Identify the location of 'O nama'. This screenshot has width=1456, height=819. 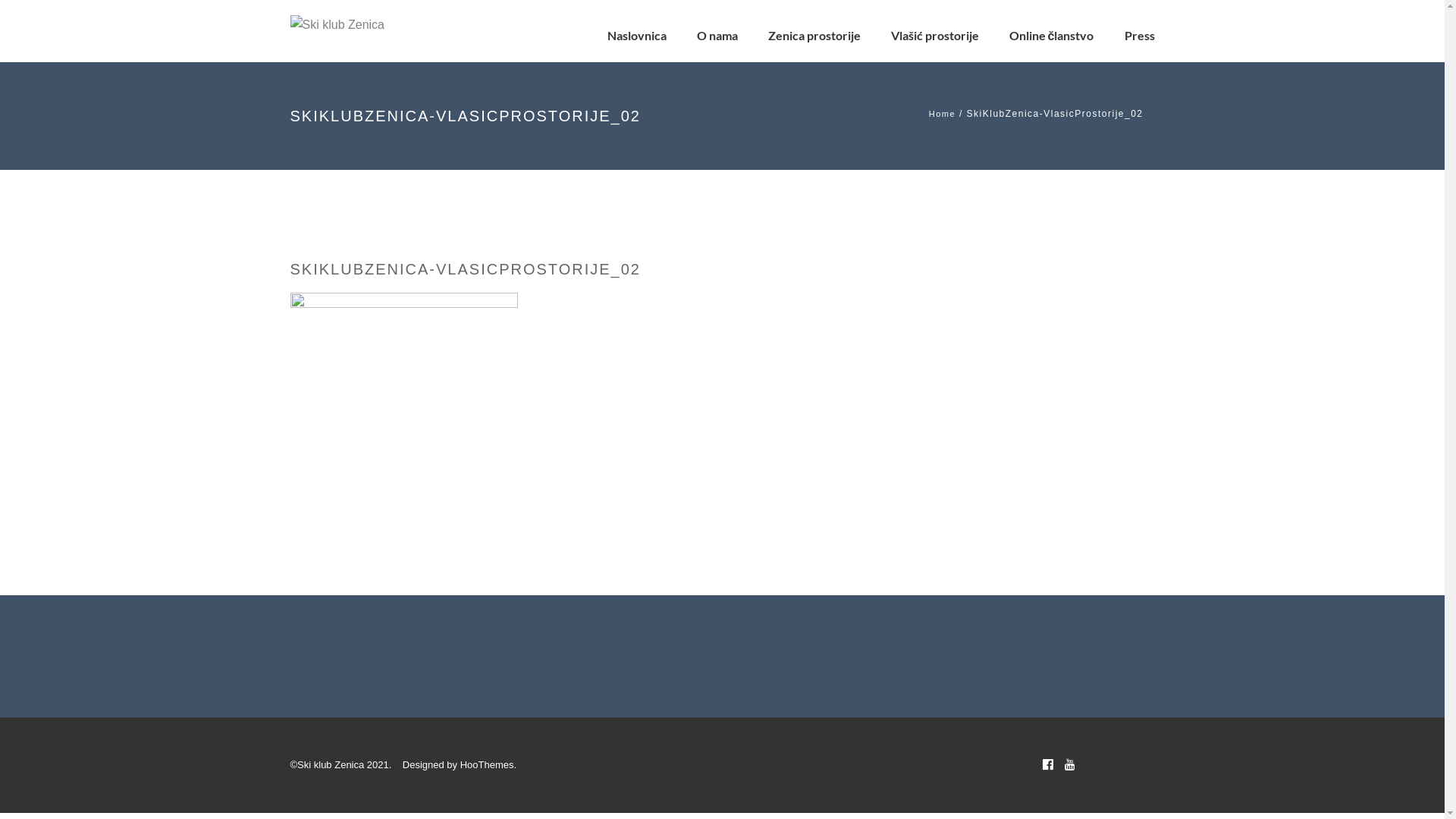
(695, 34).